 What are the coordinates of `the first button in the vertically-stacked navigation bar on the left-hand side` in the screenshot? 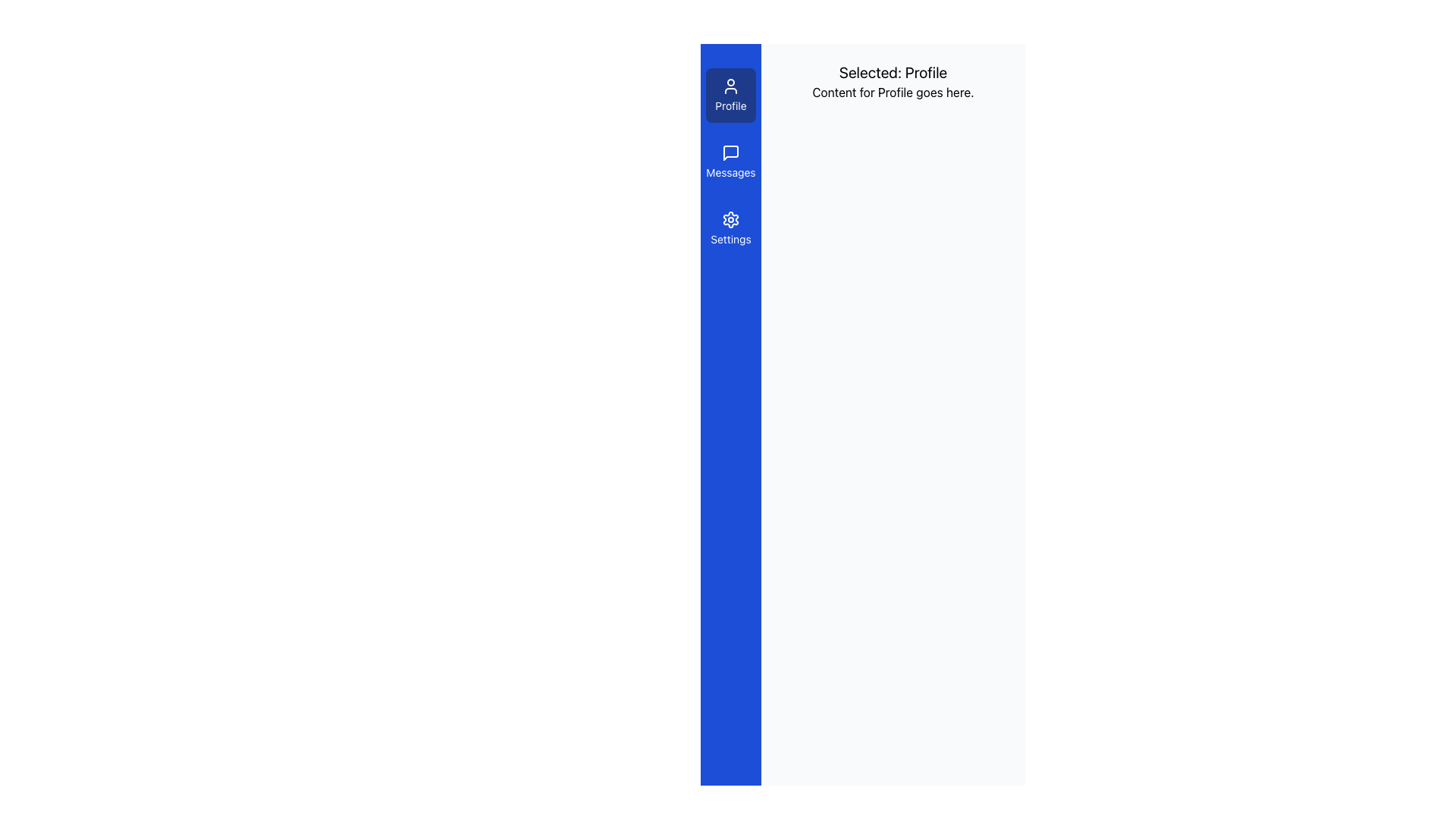 It's located at (731, 96).